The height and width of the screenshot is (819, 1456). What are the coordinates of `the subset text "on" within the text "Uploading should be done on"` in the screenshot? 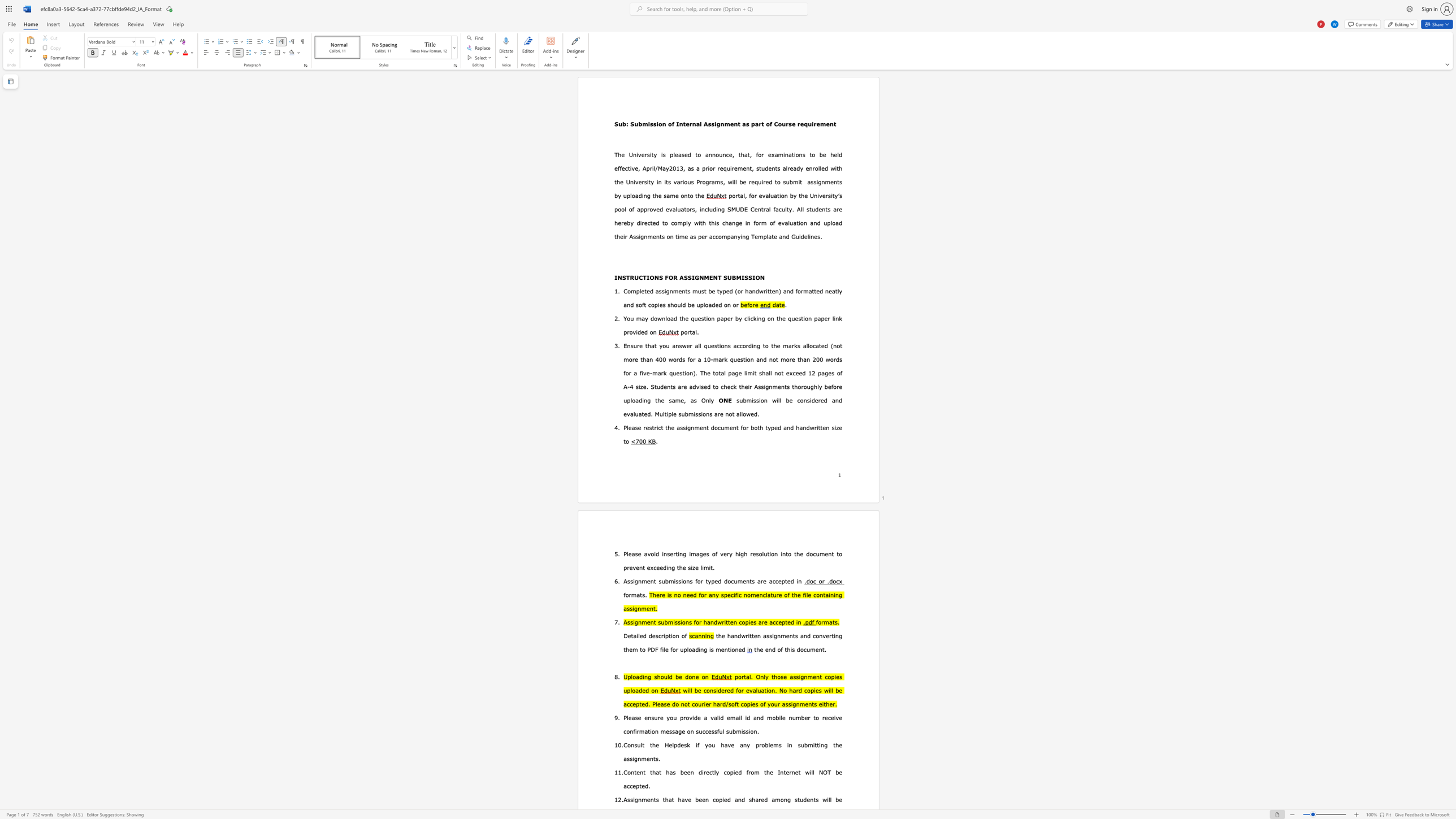 It's located at (701, 677).